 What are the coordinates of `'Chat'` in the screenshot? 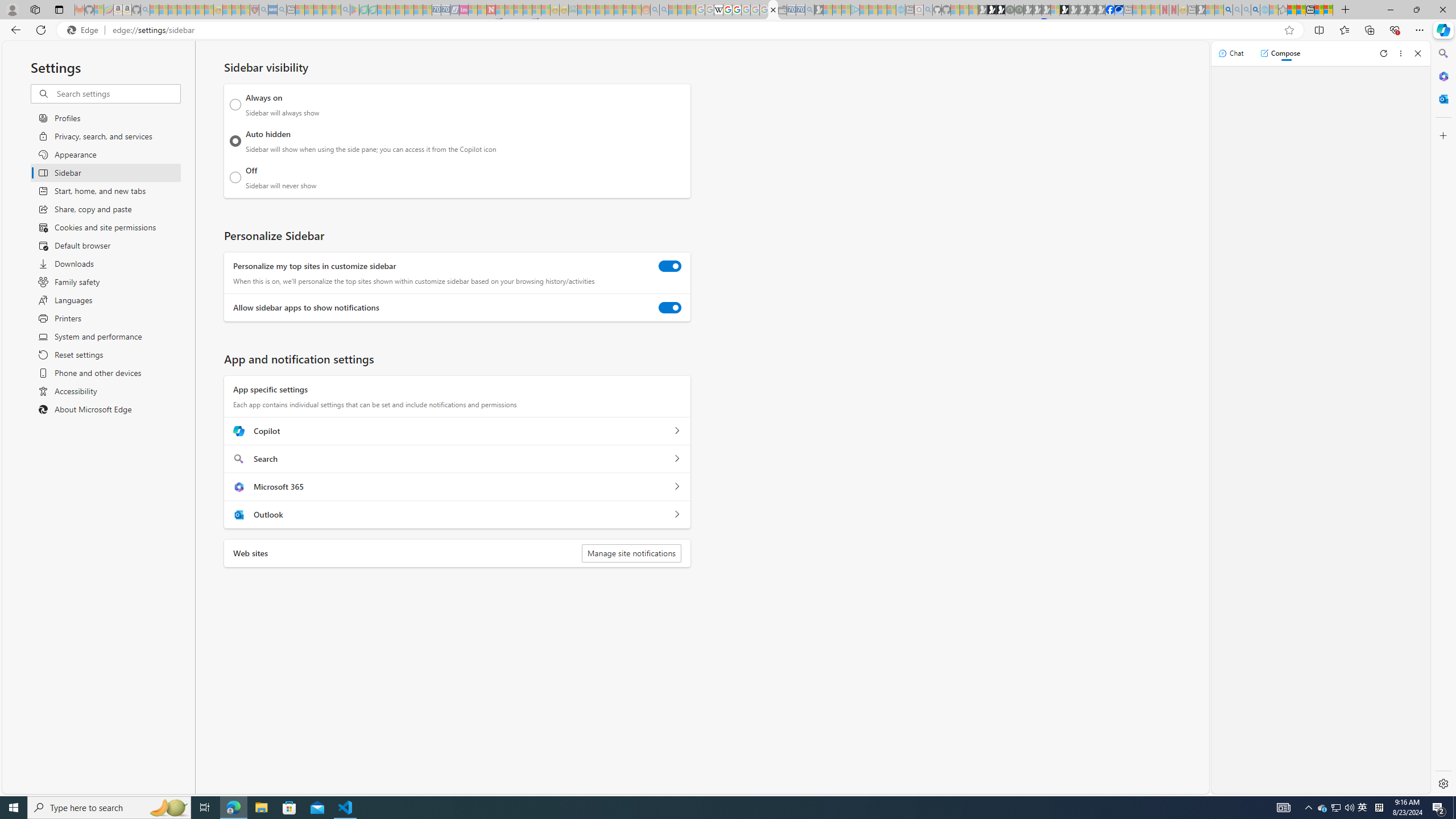 It's located at (1231, 52).